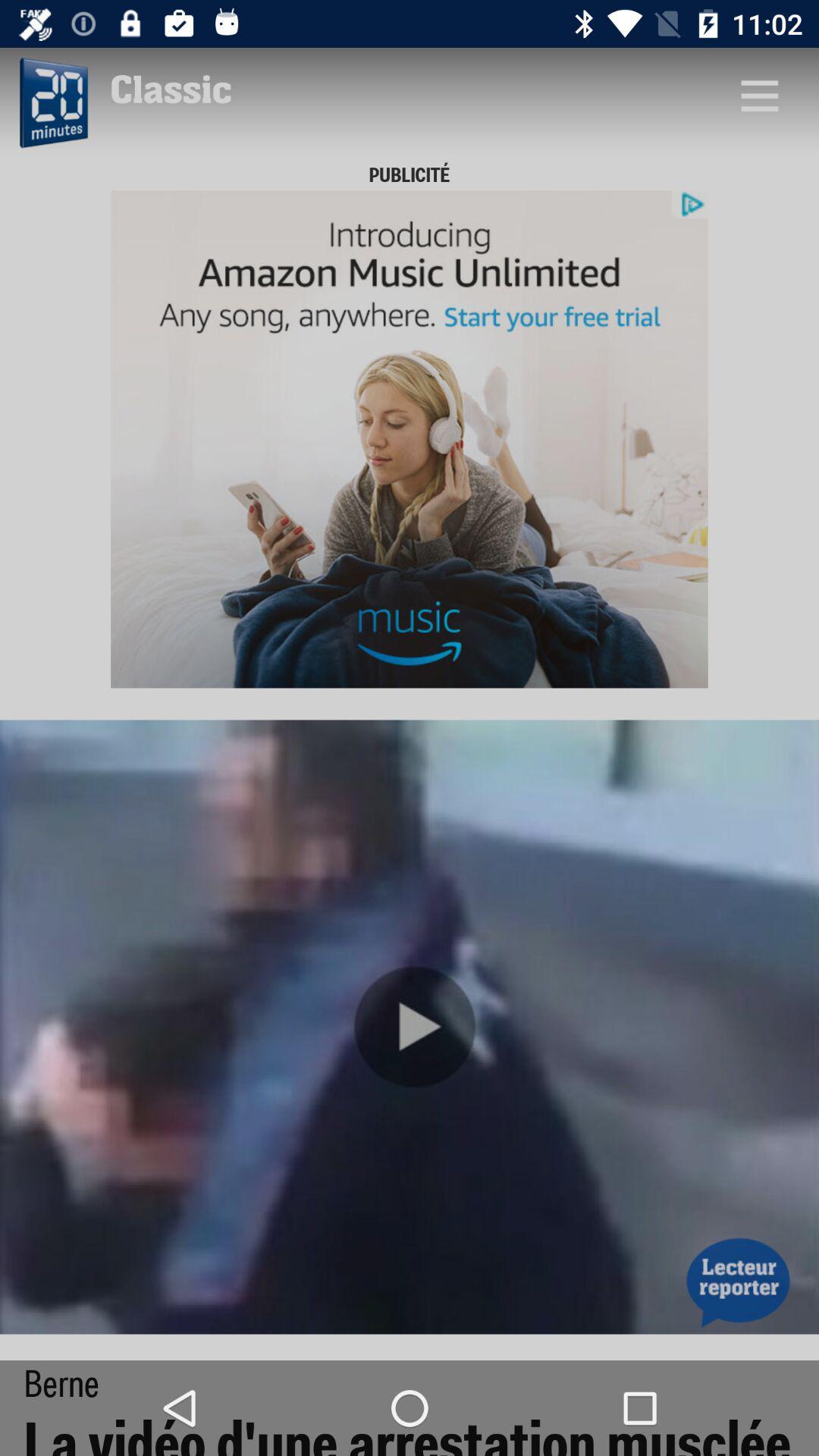 The image size is (819, 1456). Describe the element at coordinates (51, 102) in the screenshot. I see `time setting` at that location.